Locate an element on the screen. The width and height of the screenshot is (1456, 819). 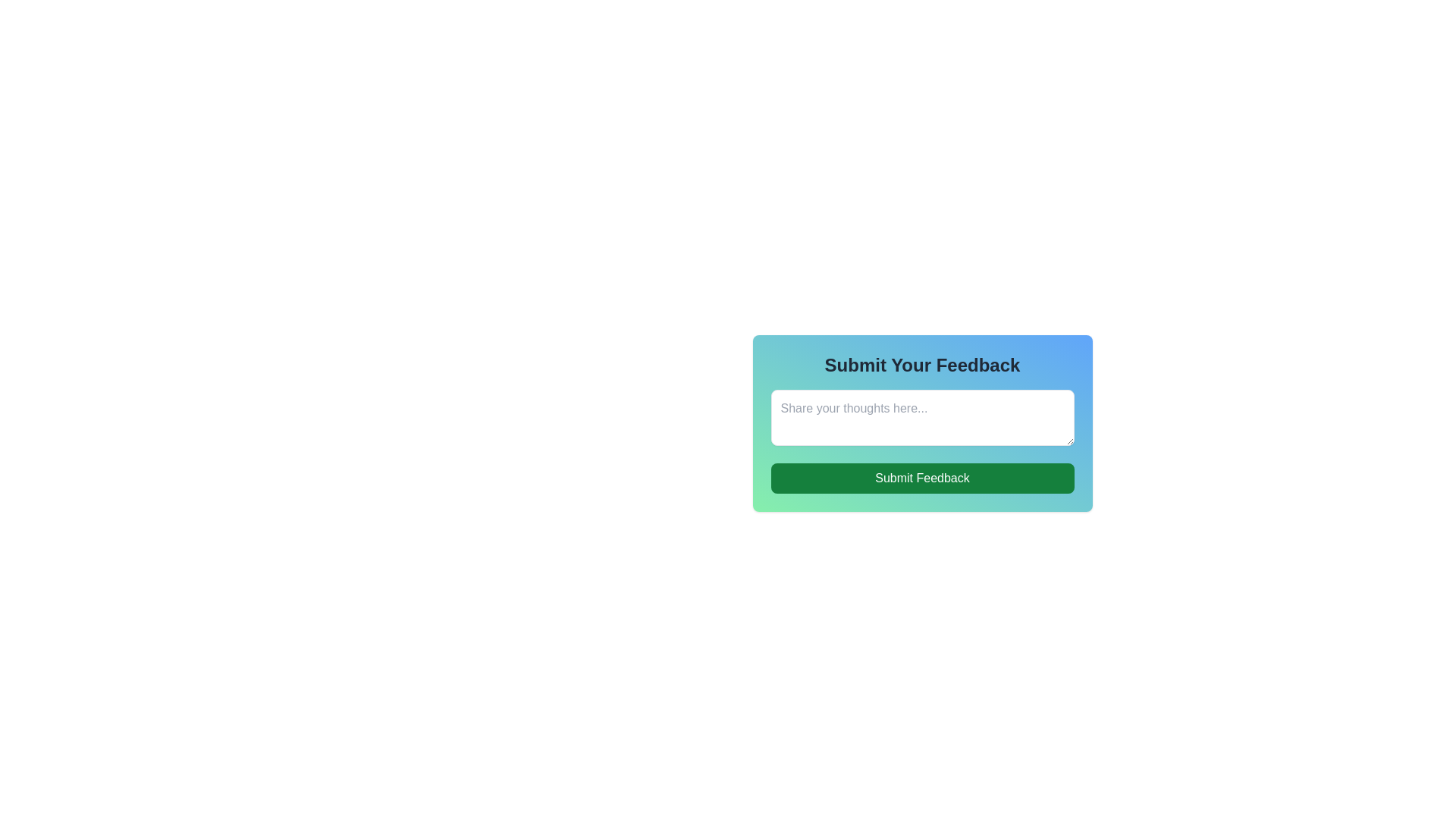
the 'Submit Feedback' button, which is a green rectangular button with white text at the bottom of the feedback form, to observe the hover effect is located at coordinates (921, 479).